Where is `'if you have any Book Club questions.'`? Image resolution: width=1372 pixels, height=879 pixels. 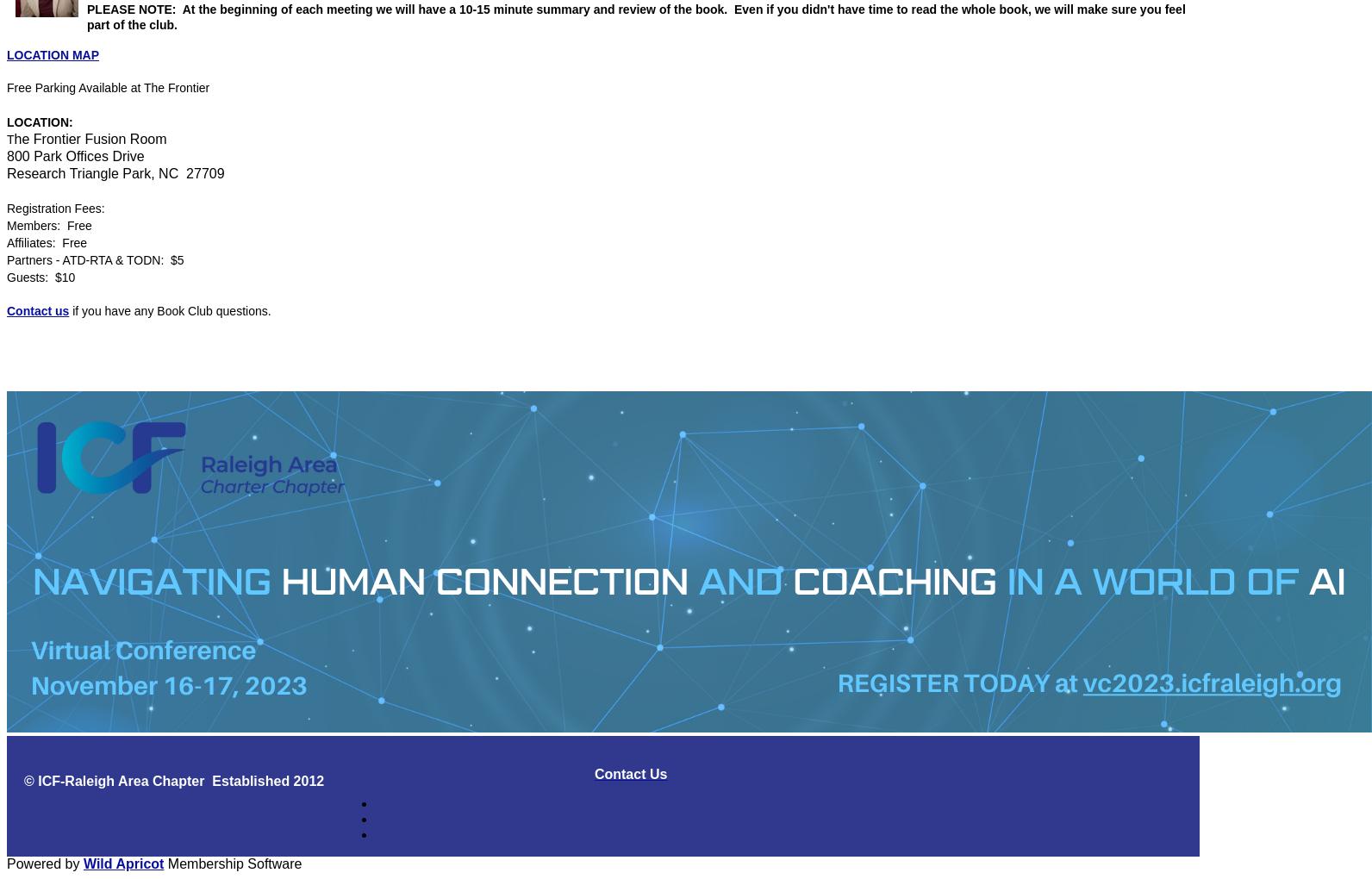
'if you have any Book Club questions.' is located at coordinates (169, 309).